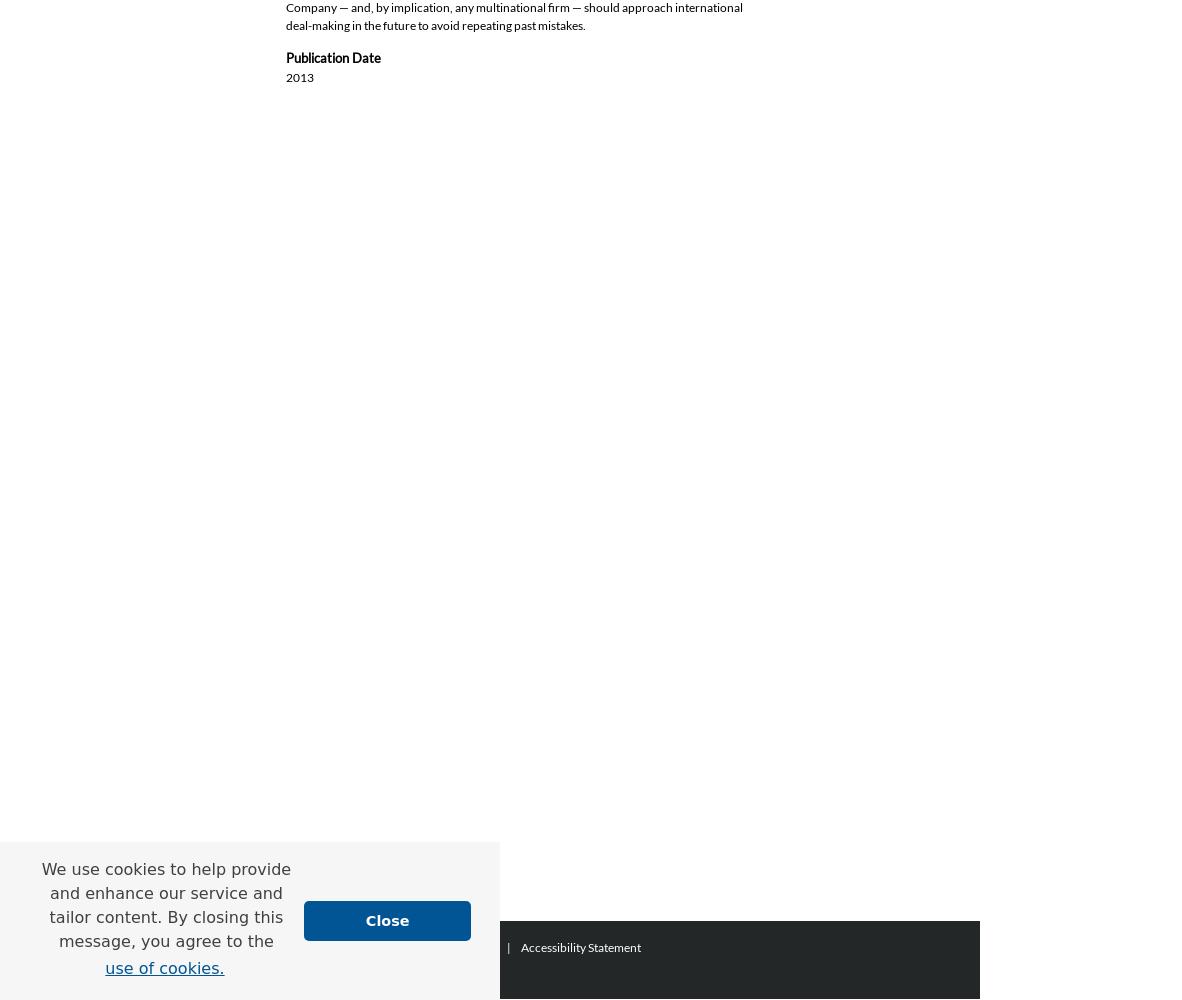  What do you see at coordinates (345, 971) in the screenshot?
I see `'Copyright'` at bounding box center [345, 971].